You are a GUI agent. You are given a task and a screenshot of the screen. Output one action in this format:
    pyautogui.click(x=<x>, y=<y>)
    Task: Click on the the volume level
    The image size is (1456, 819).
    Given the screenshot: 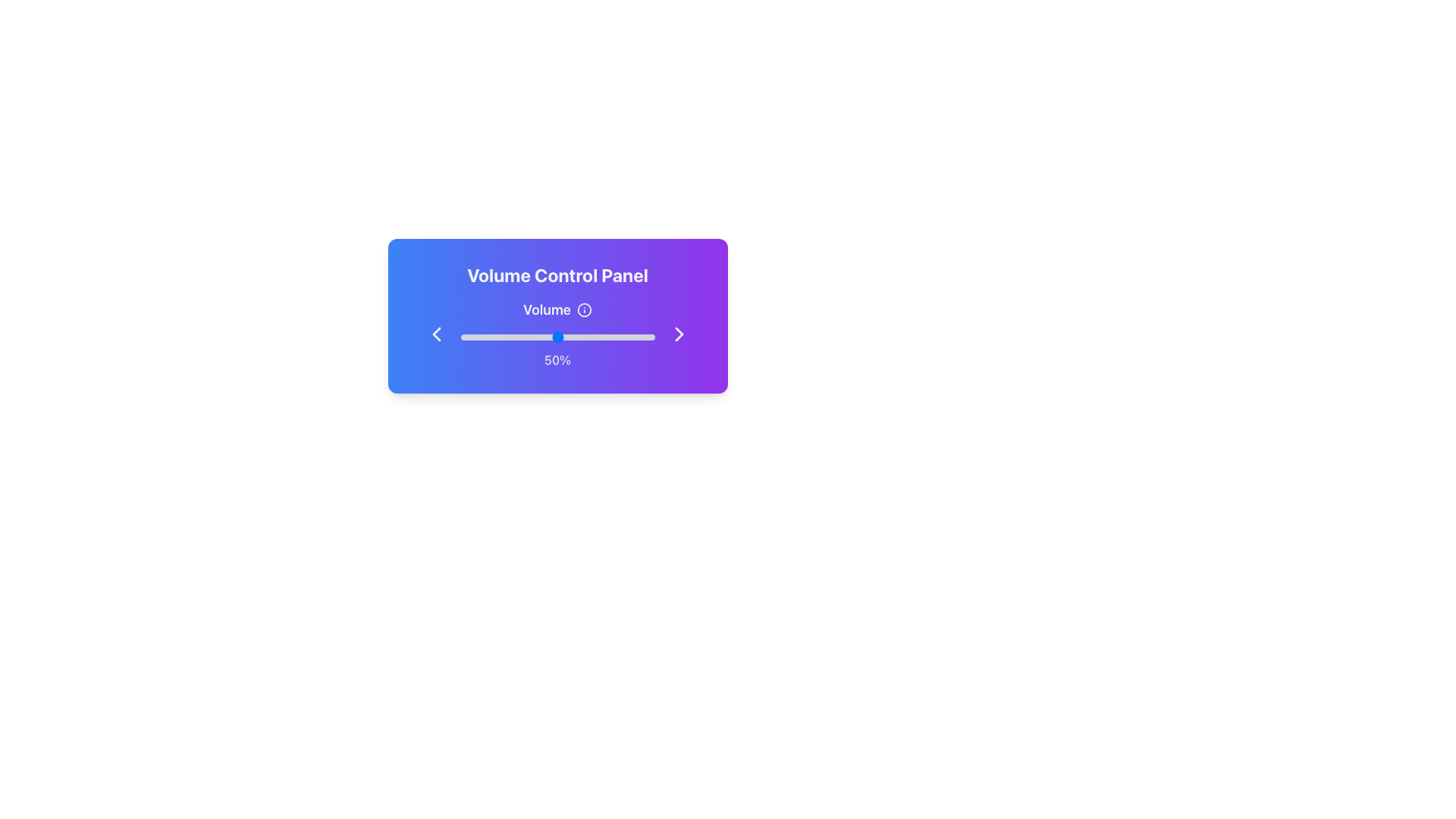 What is the action you would take?
    pyautogui.click(x=599, y=336)
    